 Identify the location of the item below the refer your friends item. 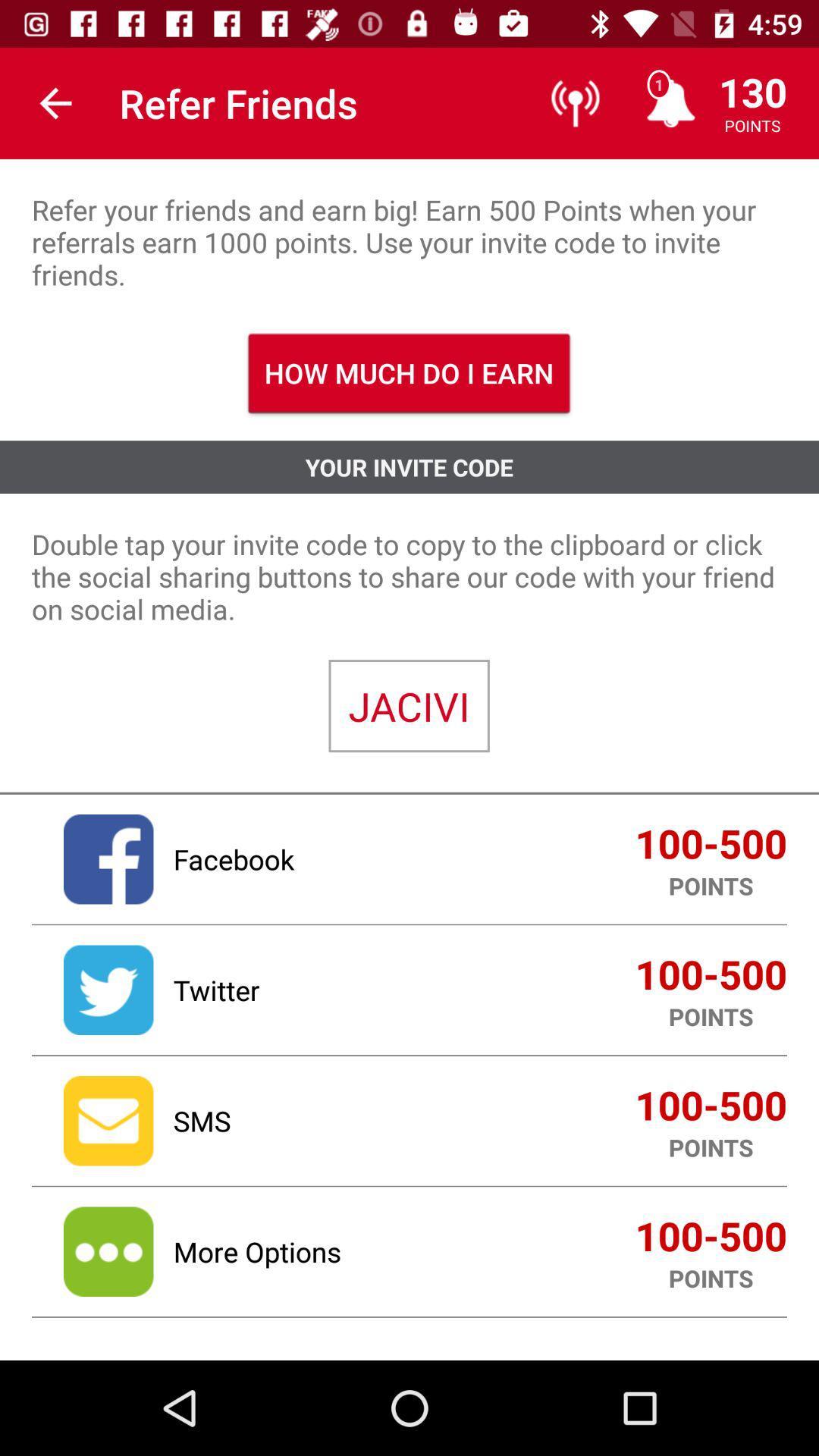
(408, 373).